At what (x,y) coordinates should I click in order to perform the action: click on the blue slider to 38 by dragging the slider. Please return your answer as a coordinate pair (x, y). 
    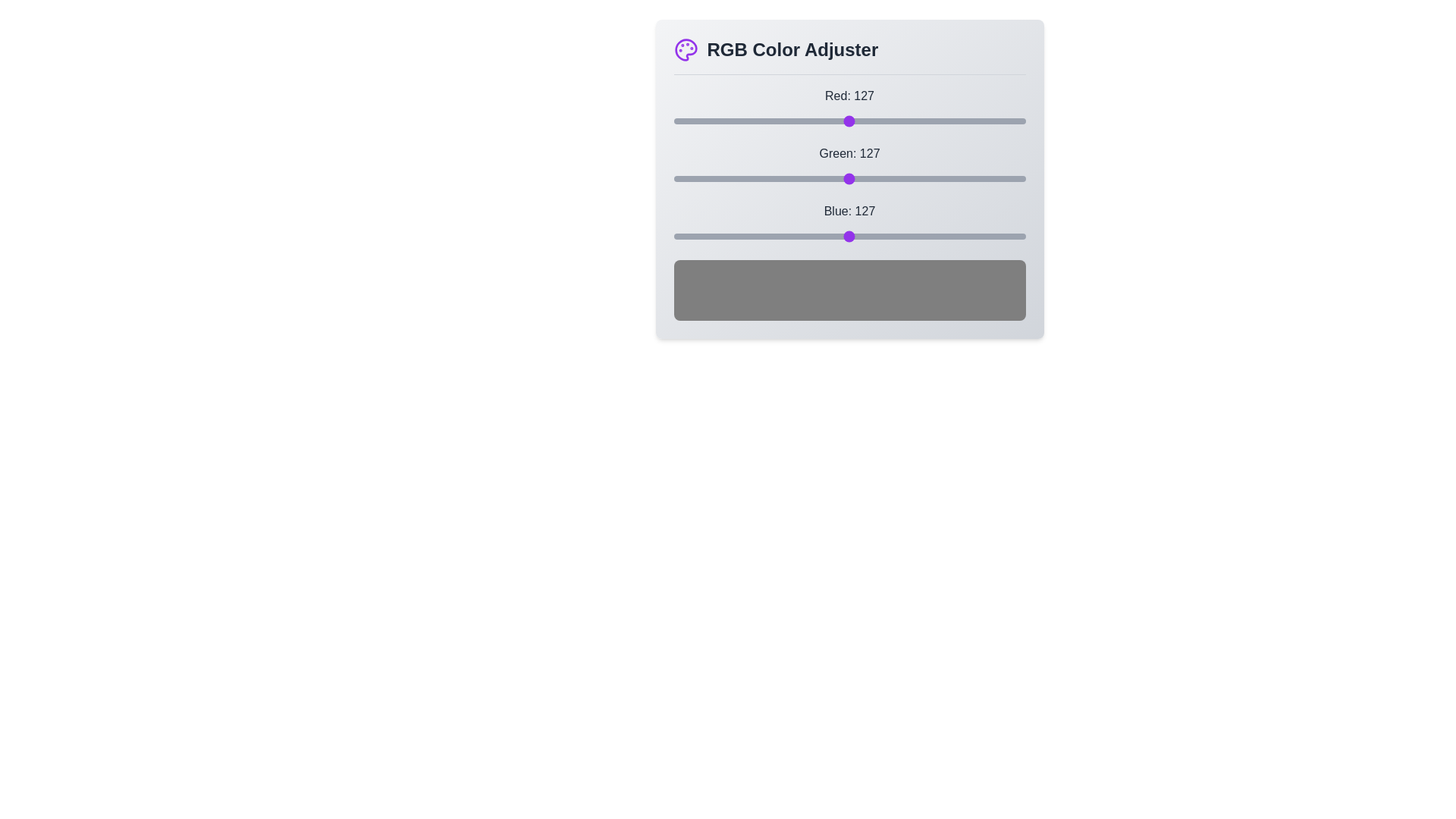
    Looking at the image, I should click on (725, 237).